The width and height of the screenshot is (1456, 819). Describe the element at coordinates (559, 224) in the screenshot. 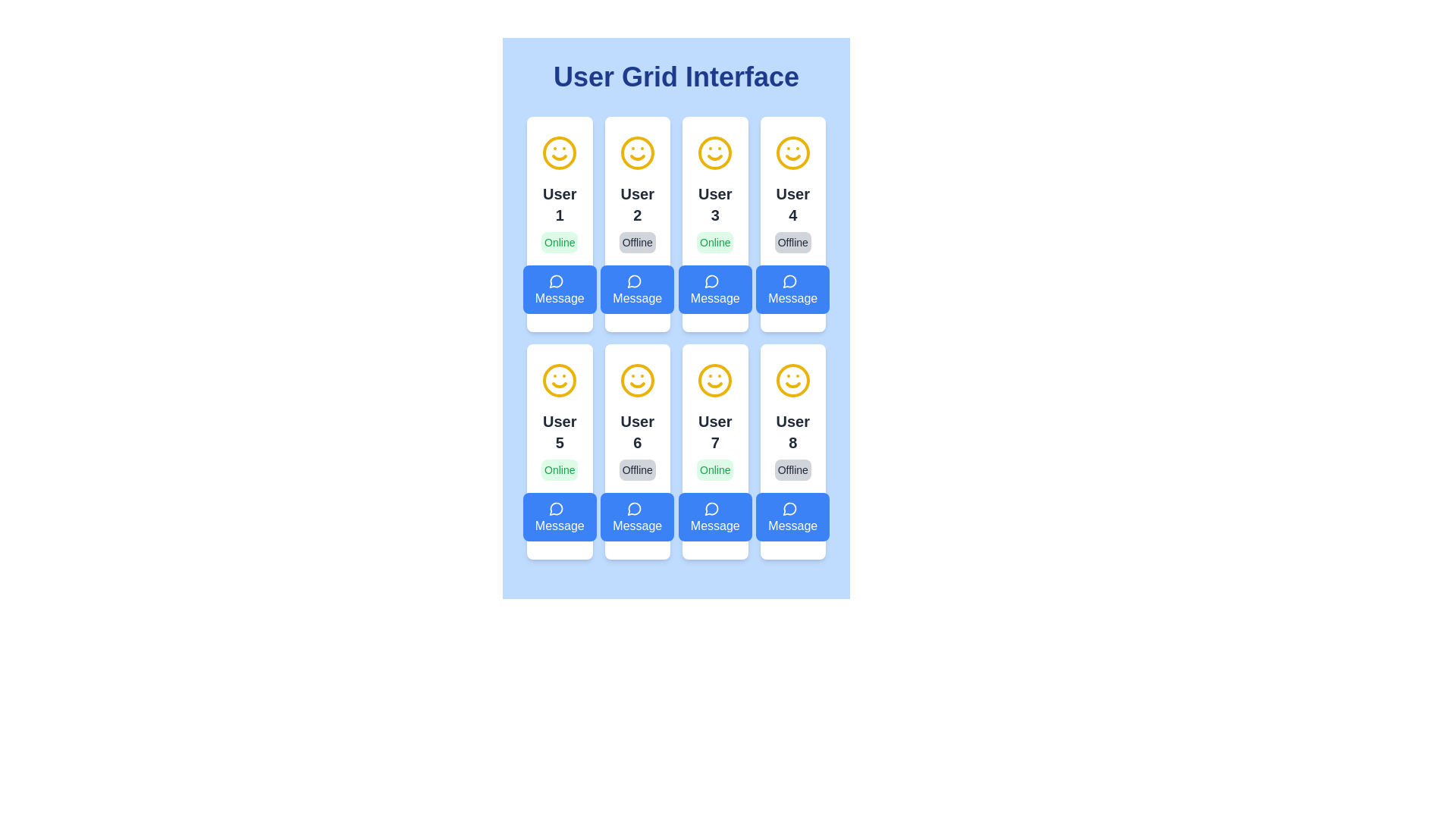

I see `the Profile card located in the first row, first column of the grid layout` at that location.